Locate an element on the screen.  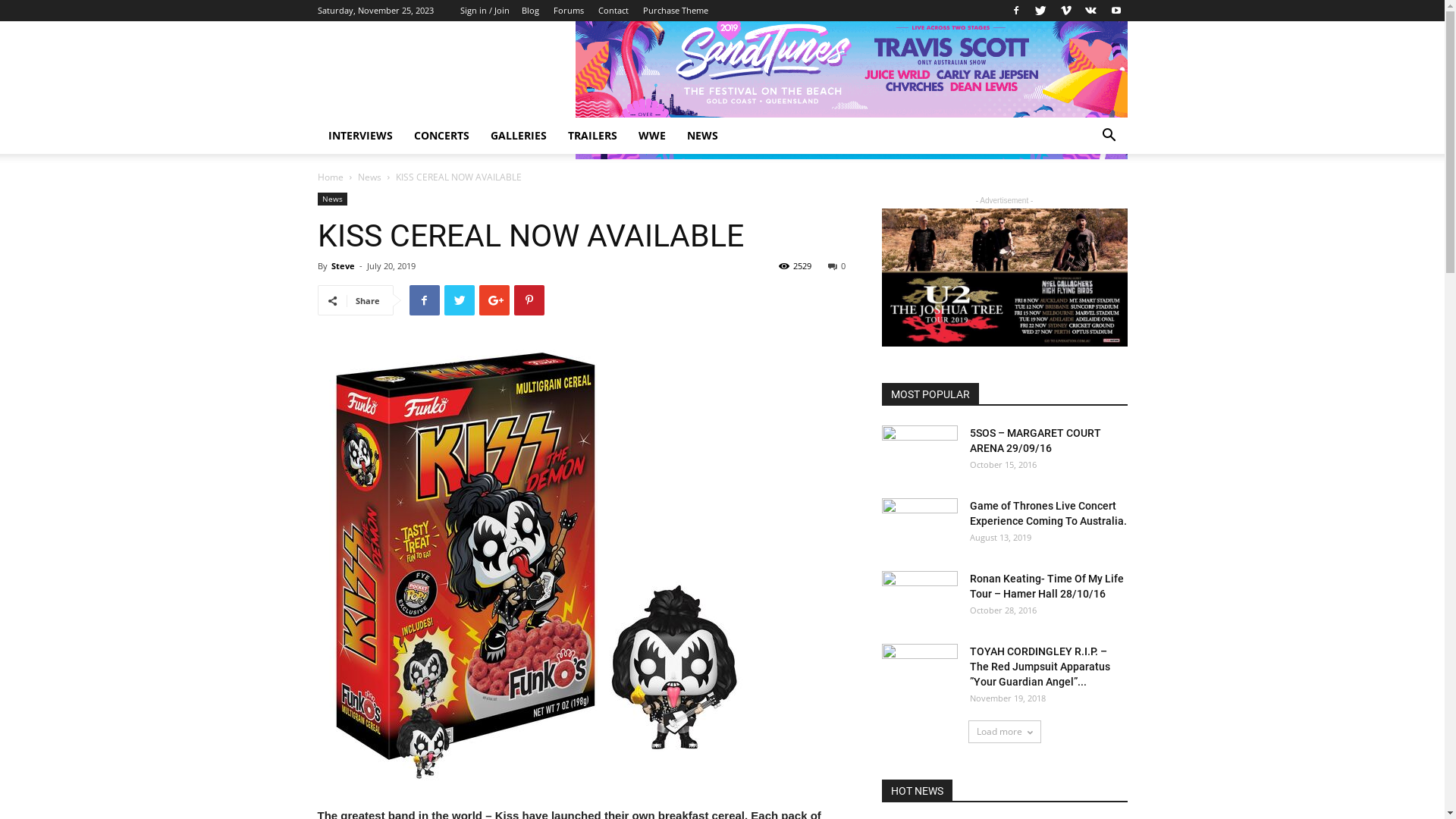
'Blog' is located at coordinates (530, 10).